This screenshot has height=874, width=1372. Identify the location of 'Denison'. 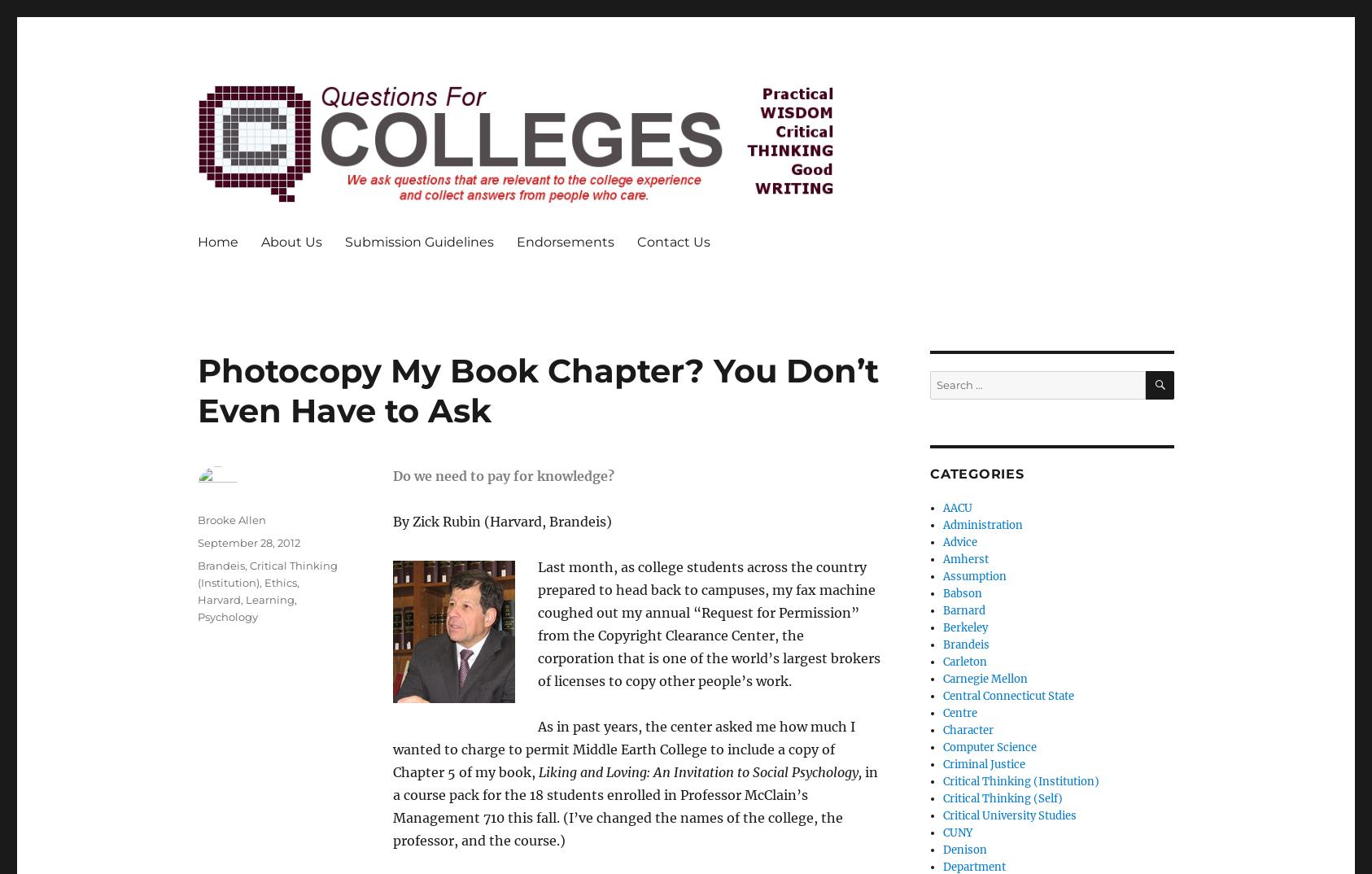
(963, 849).